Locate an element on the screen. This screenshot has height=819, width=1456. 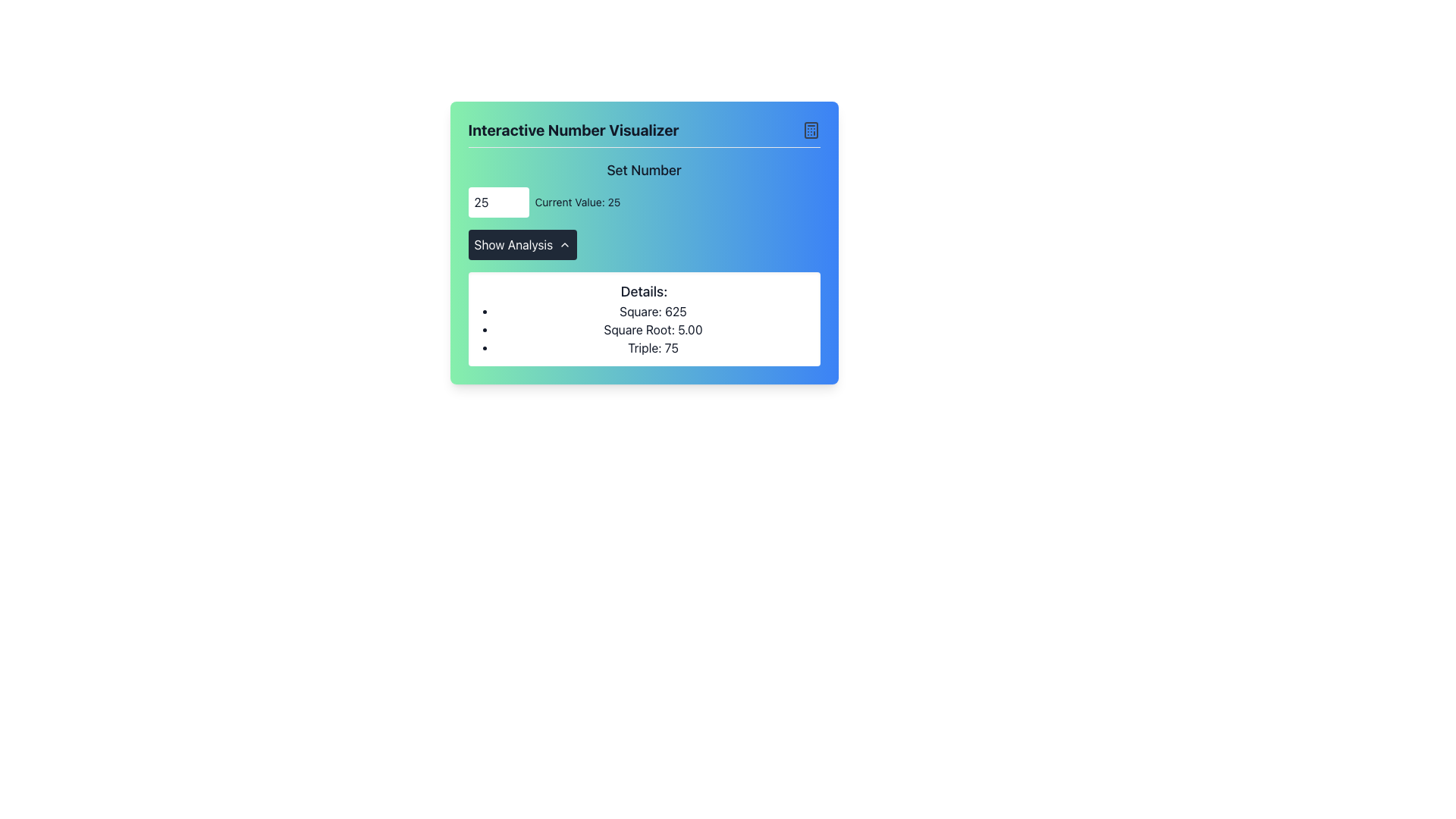
the chevron icon located immediately to the right of the 'Show Analysis' button is located at coordinates (563, 244).